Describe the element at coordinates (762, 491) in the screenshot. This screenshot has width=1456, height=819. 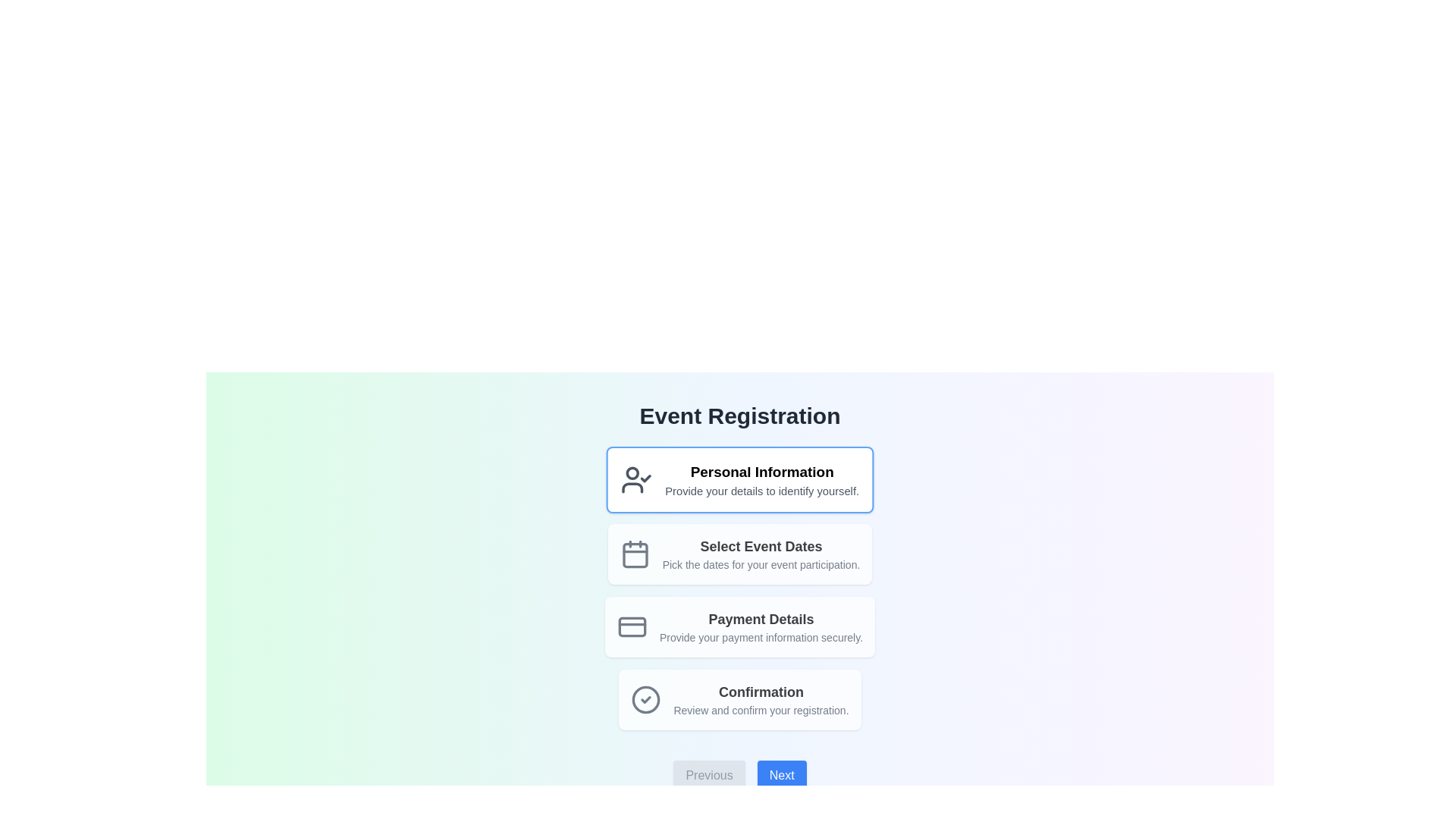
I see `the text description that provides additional instructions for the 'Personal Information' section, located just below the heading in the first card` at that location.